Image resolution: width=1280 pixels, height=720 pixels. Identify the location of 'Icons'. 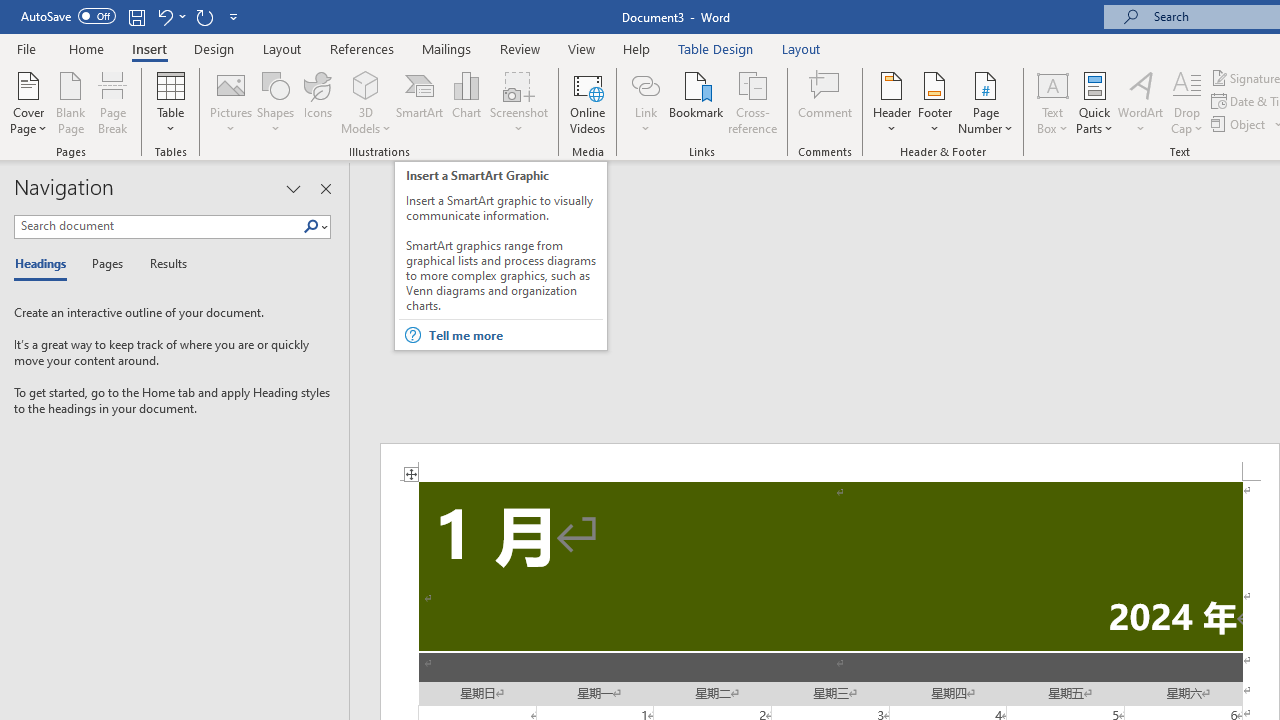
(317, 103).